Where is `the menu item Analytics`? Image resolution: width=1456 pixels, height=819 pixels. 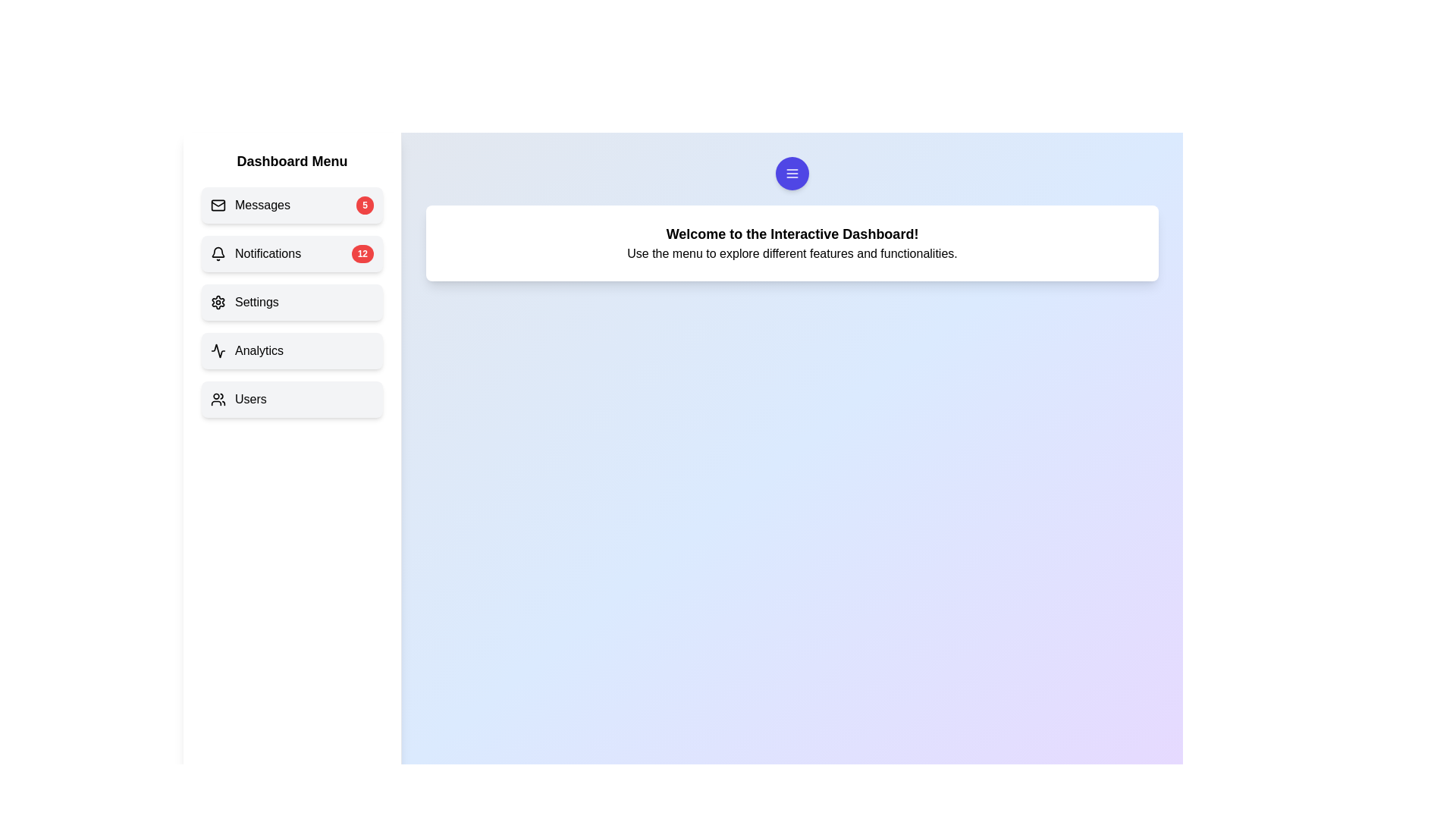
the menu item Analytics is located at coordinates (292, 350).